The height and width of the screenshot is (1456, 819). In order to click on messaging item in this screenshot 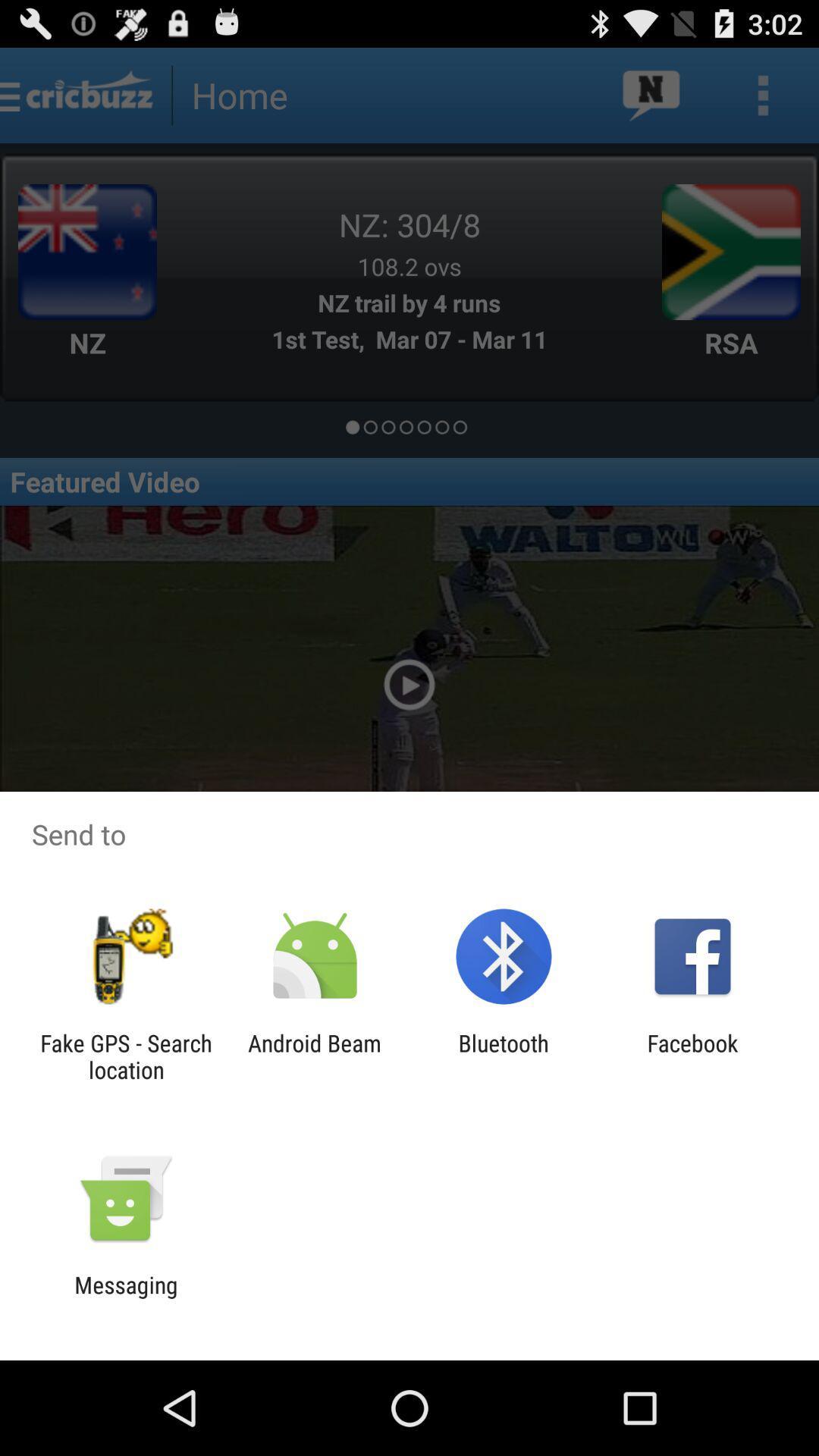, I will do `click(125, 1298)`.